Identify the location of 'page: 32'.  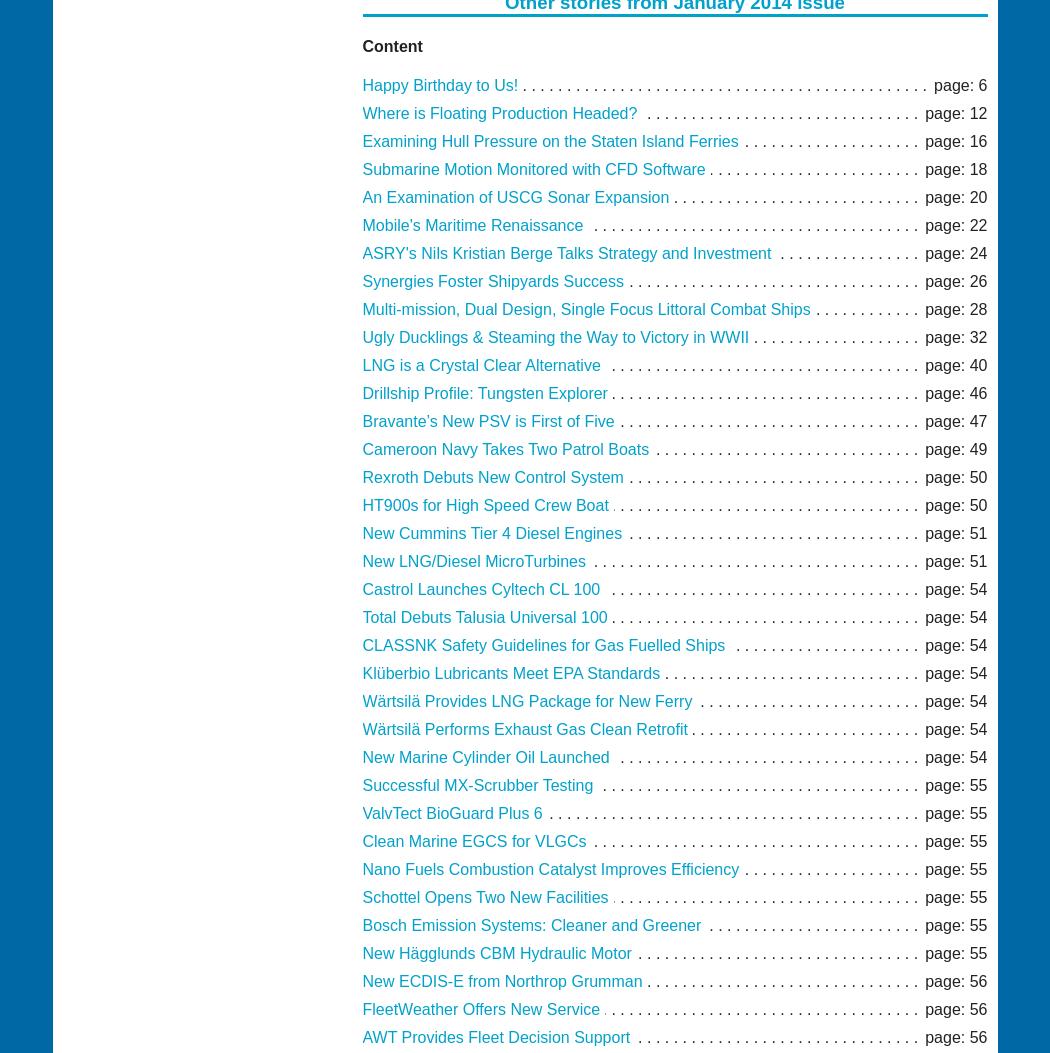
(925, 336).